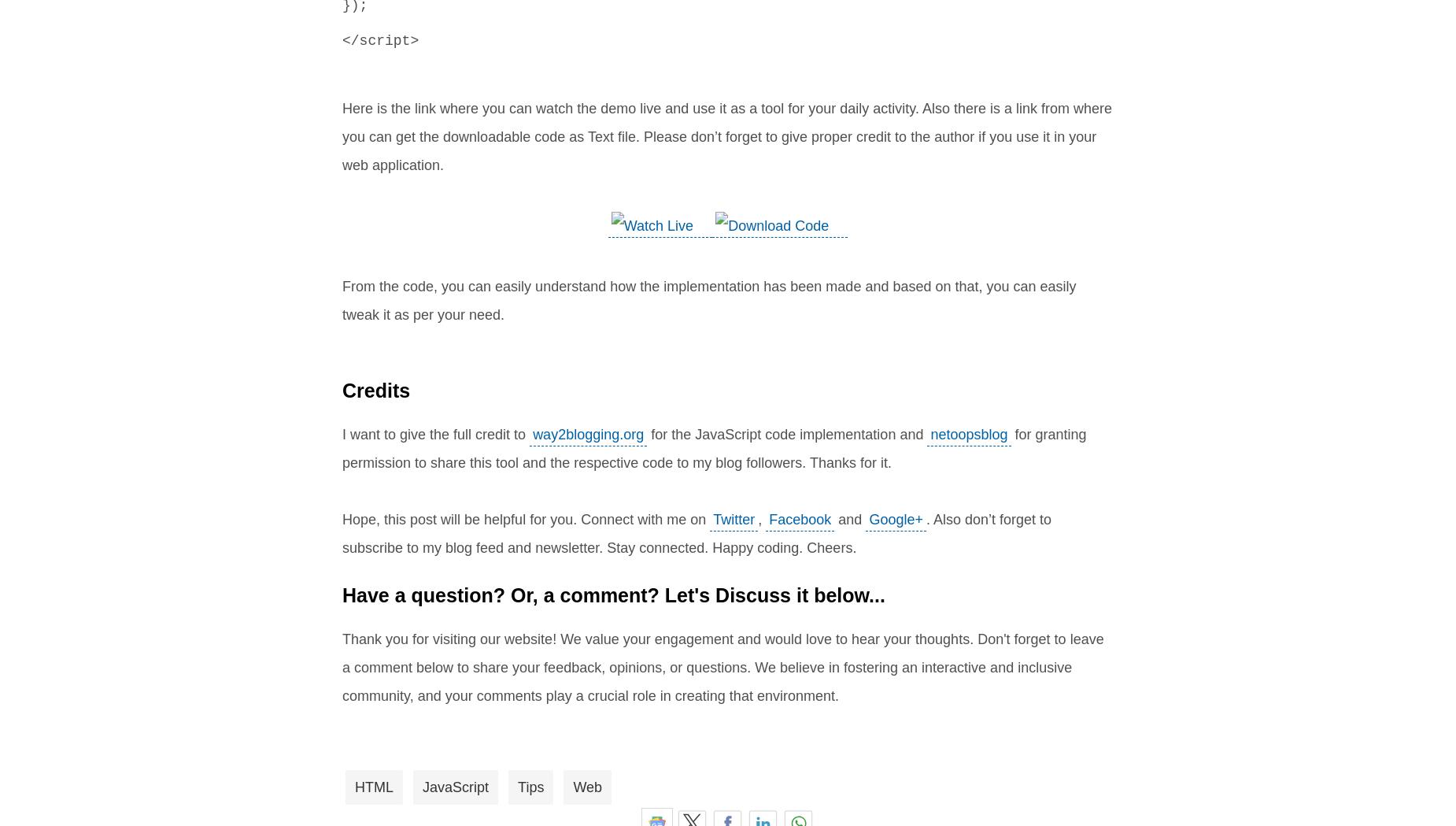 The image size is (1456, 826). I want to click on 'Credits', so click(376, 389).